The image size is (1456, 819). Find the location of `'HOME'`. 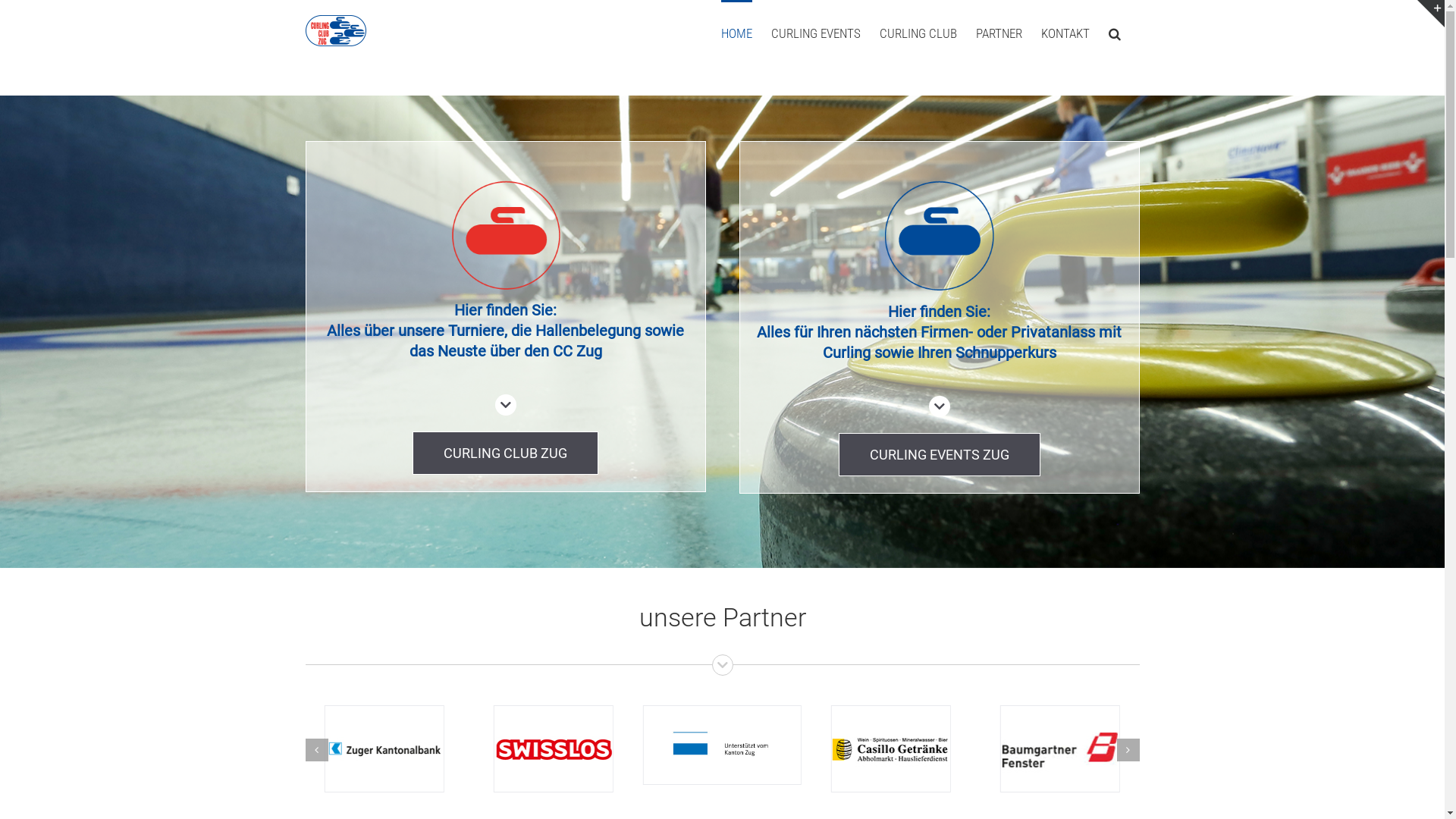

'HOME' is located at coordinates (736, 32).